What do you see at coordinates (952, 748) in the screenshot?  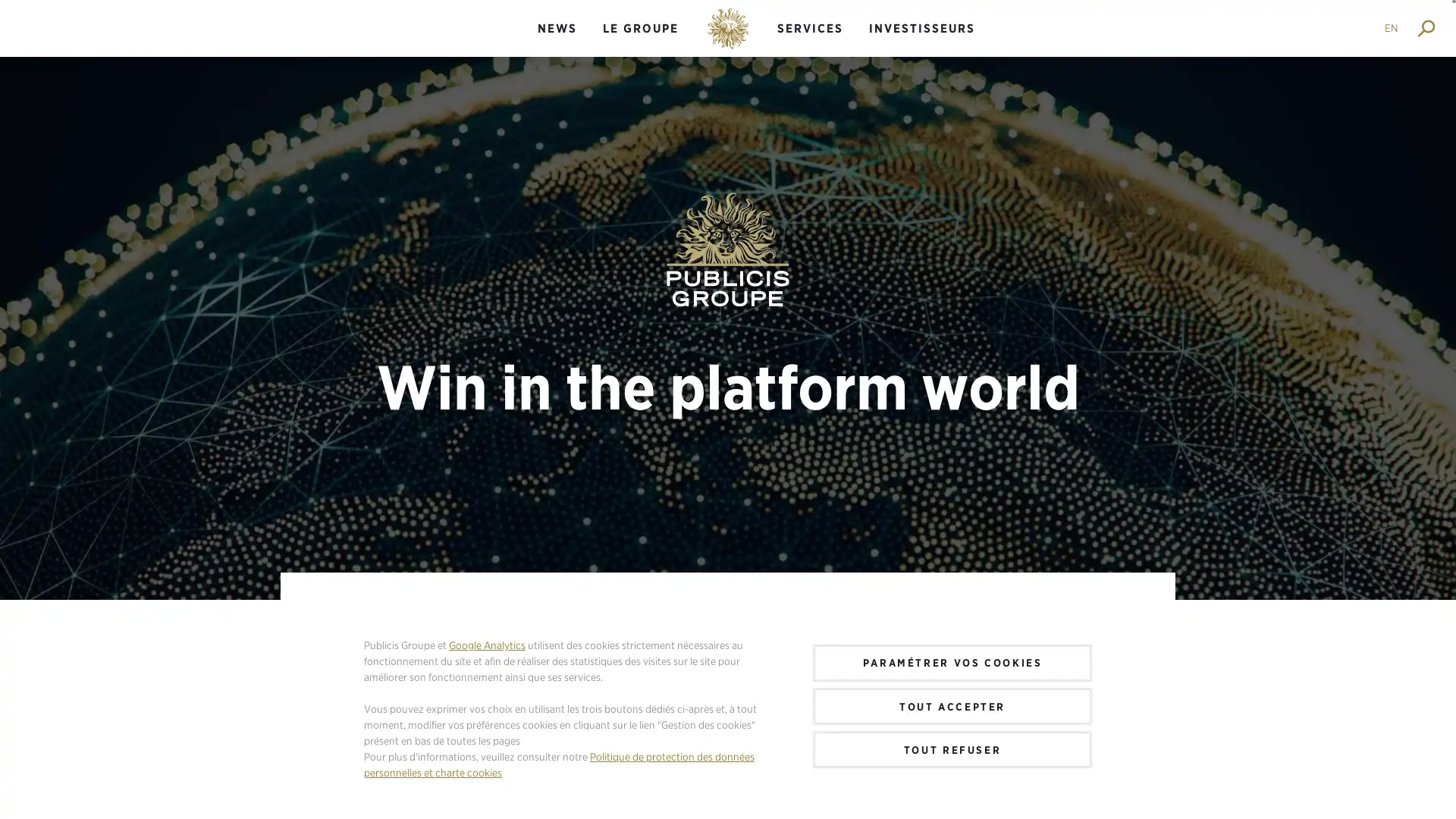 I see `TOUT REFUSER TOUT REFUSER` at bounding box center [952, 748].